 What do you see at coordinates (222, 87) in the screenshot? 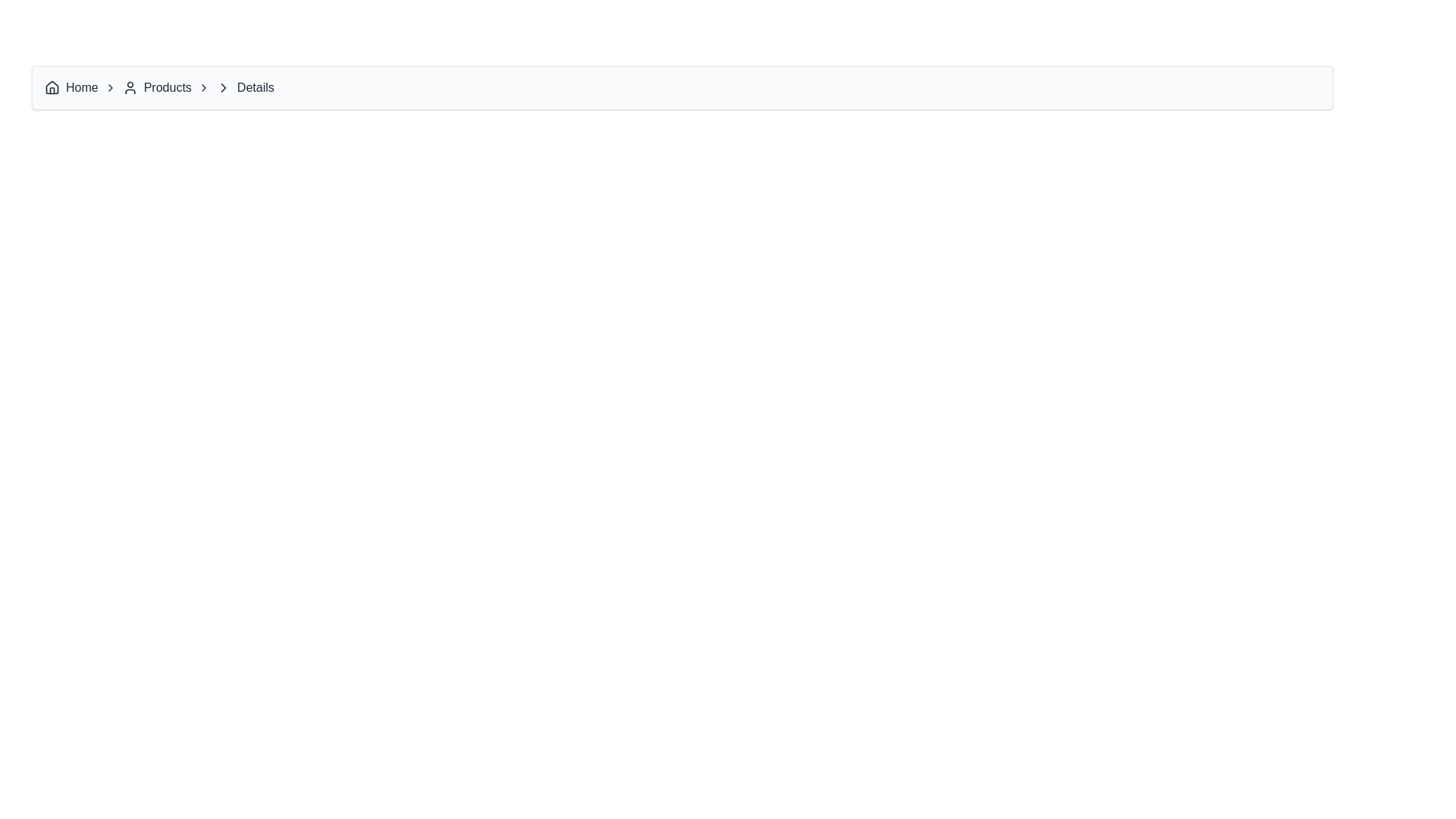
I see `the breadcrumb separator icon that visually symbolizes navigation progression between the 'Products' and 'Details' sections for navigation purposes` at bounding box center [222, 87].